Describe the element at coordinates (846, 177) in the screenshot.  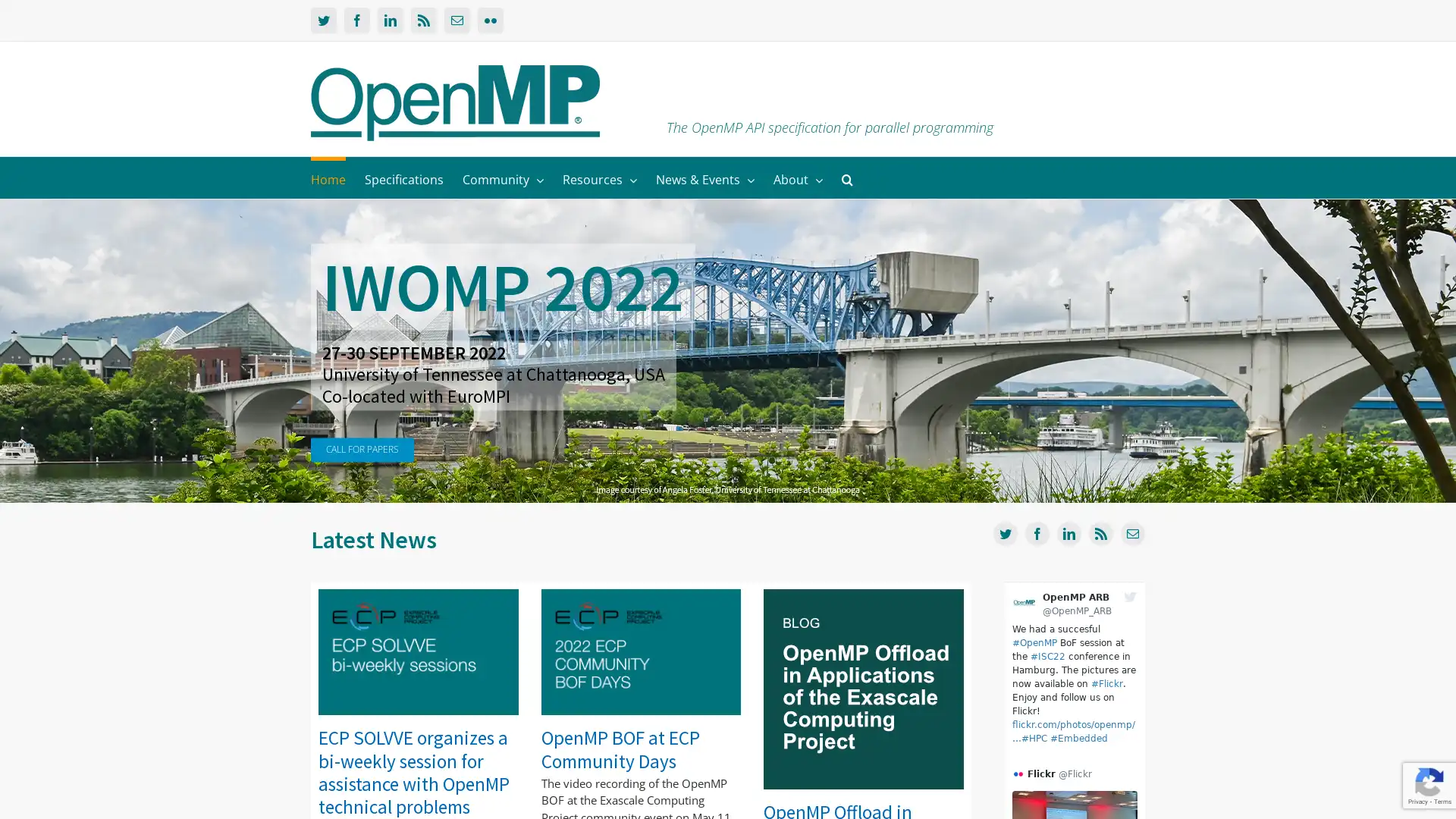
I see `Search` at that location.